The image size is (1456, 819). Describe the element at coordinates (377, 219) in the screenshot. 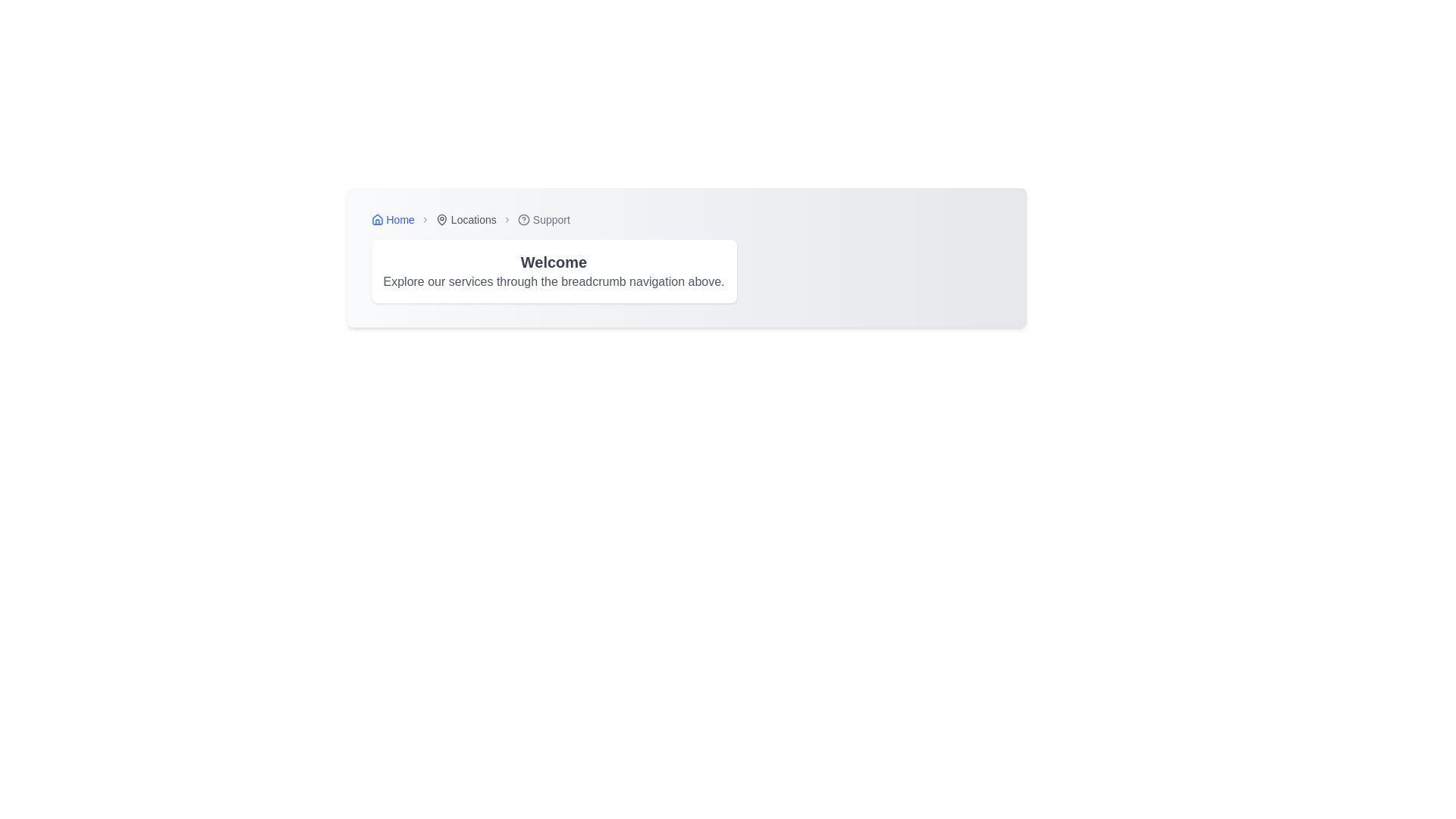

I see `the house-shaped icon rendered in blue, located next to the 'Home' text in the breadcrumb navigation bar at the top-left corner of the interface` at that location.